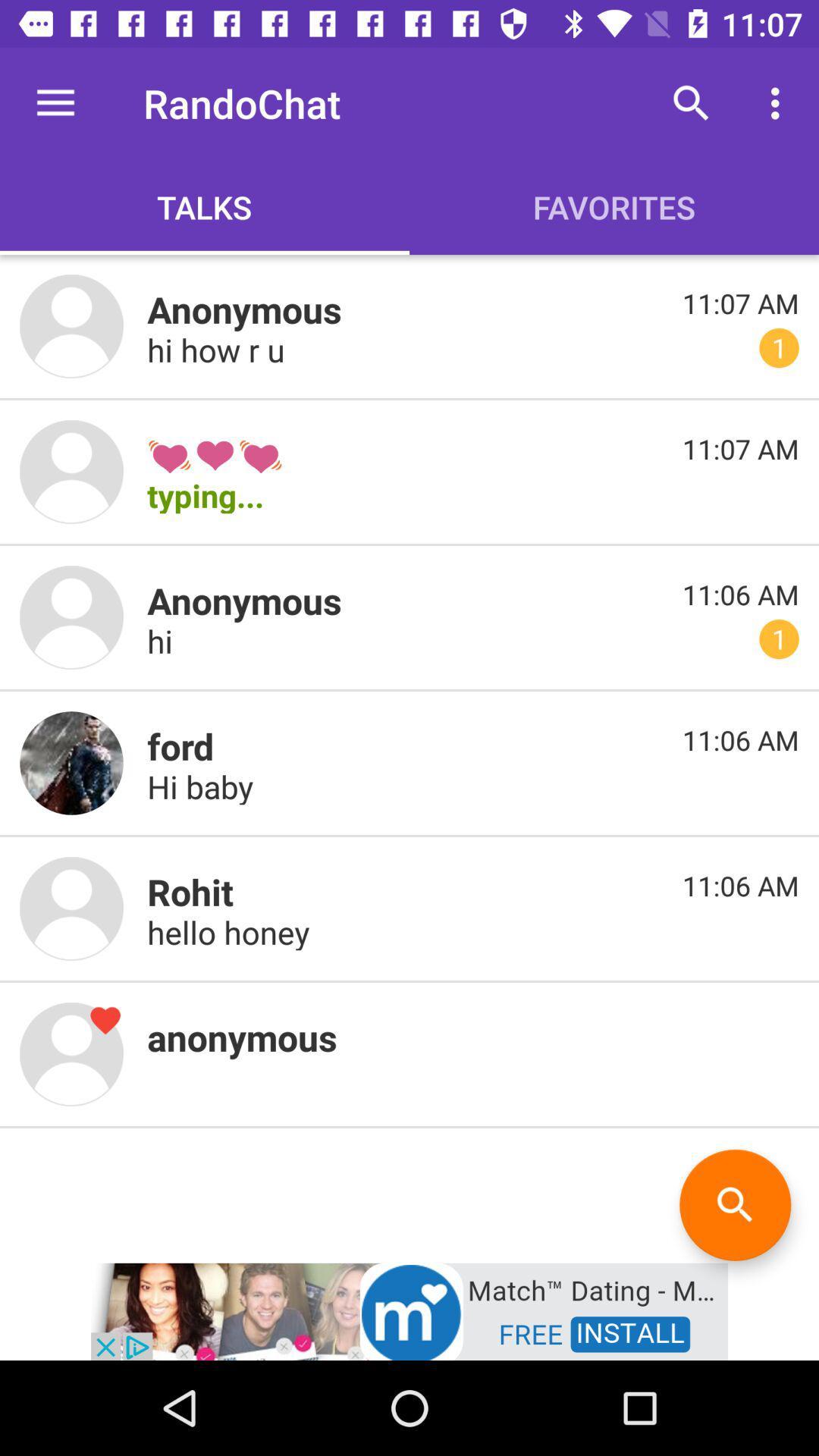 Image resolution: width=819 pixels, height=1456 pixels. I want to click on search option, so click(734, 1204).